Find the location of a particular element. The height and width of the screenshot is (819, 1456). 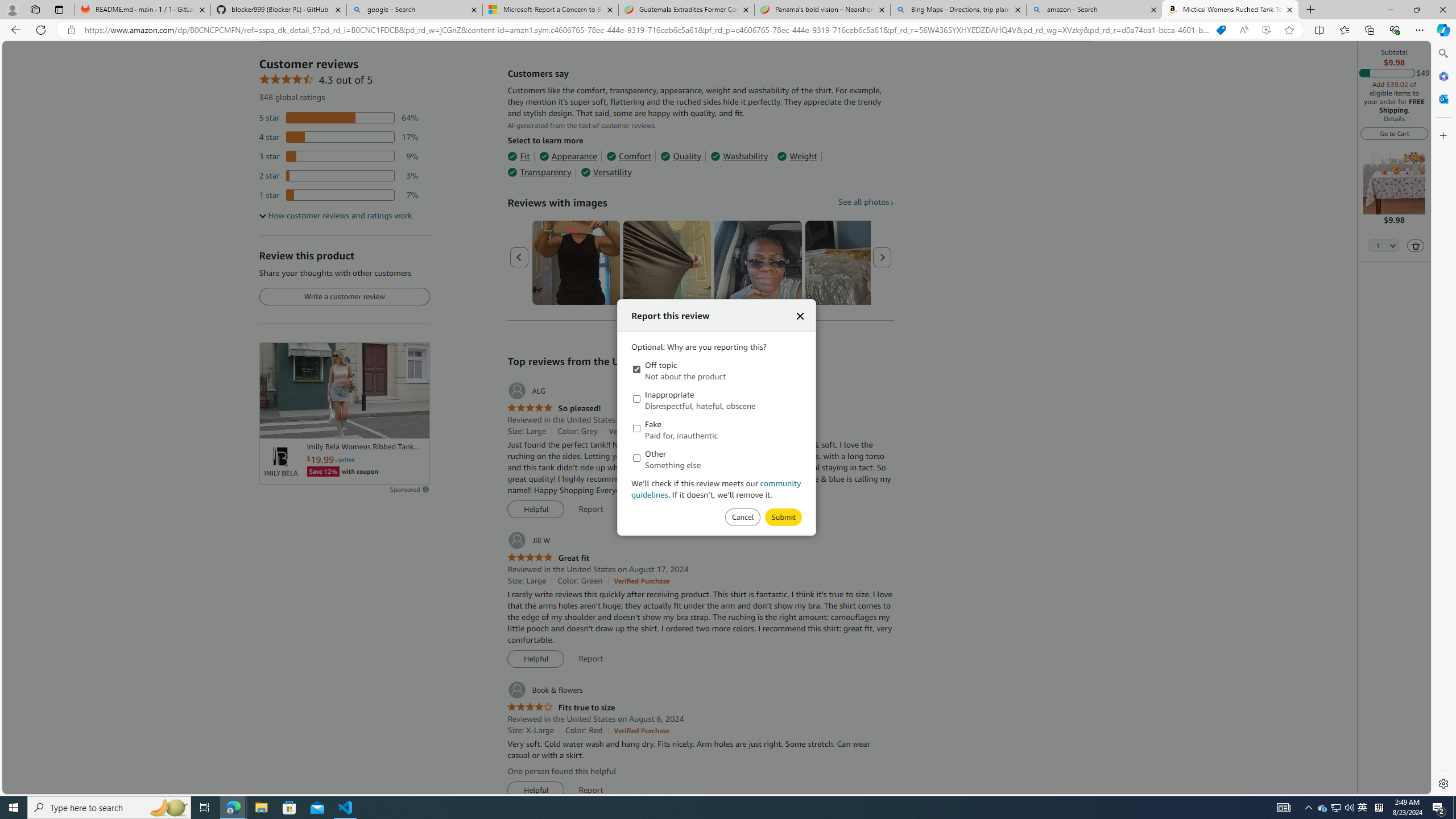

'How customer reviews and ratings work' is located at coordinates (336, 216).